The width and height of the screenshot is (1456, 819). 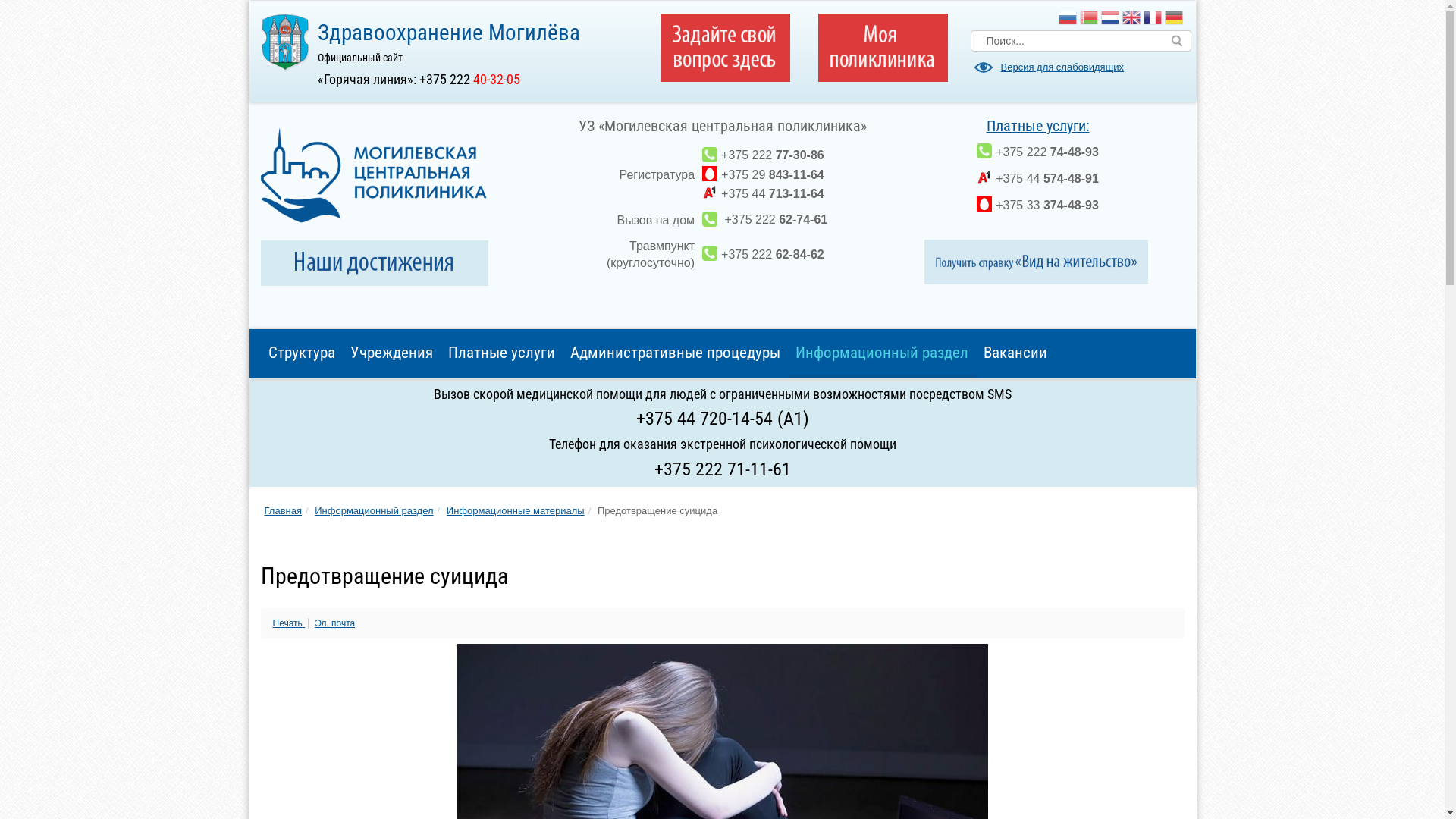 I want to click on 'Dutch', so click(x=1110, y=17).